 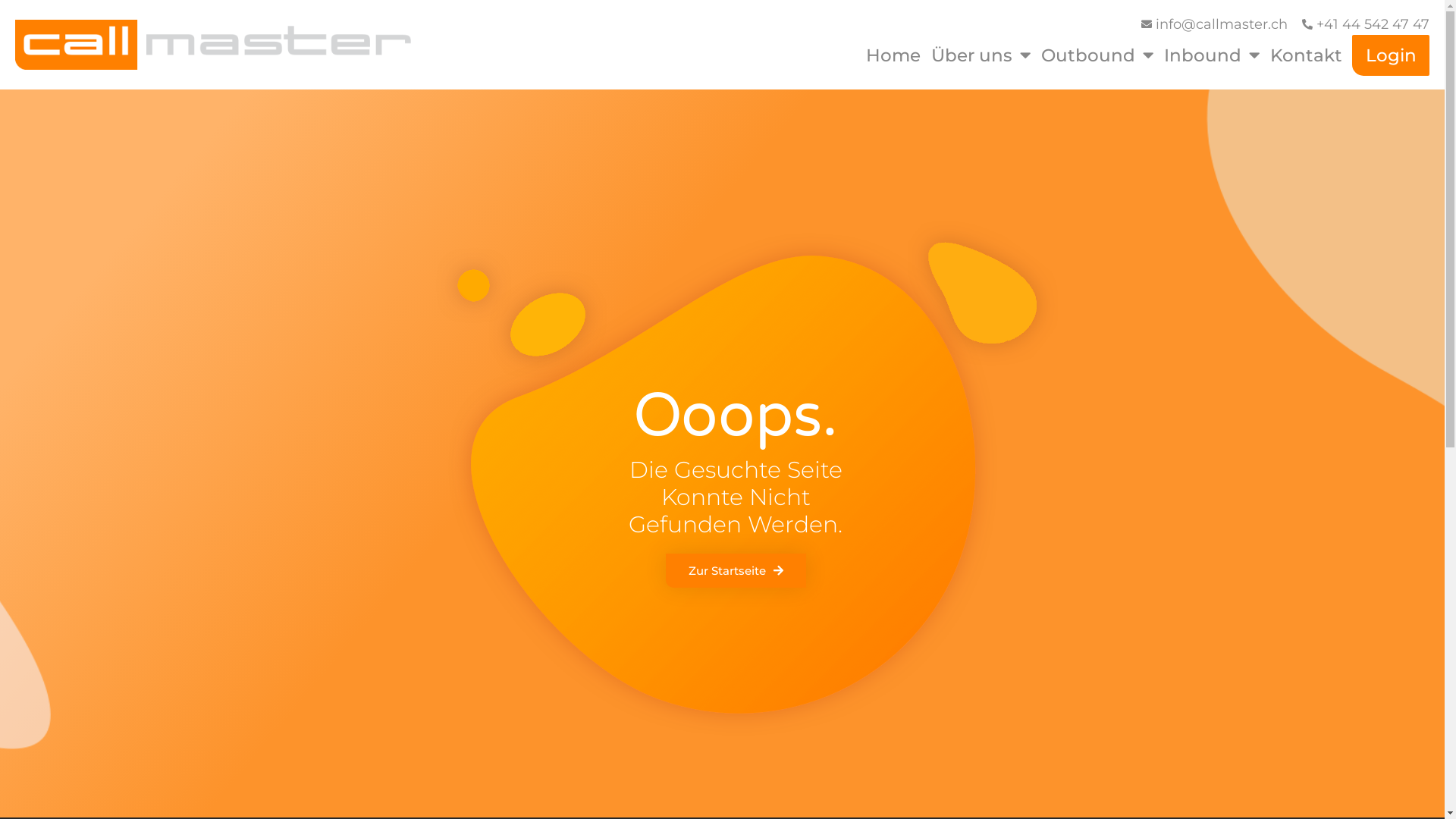 I want to click on 'Home', so click(x=893, y=55).